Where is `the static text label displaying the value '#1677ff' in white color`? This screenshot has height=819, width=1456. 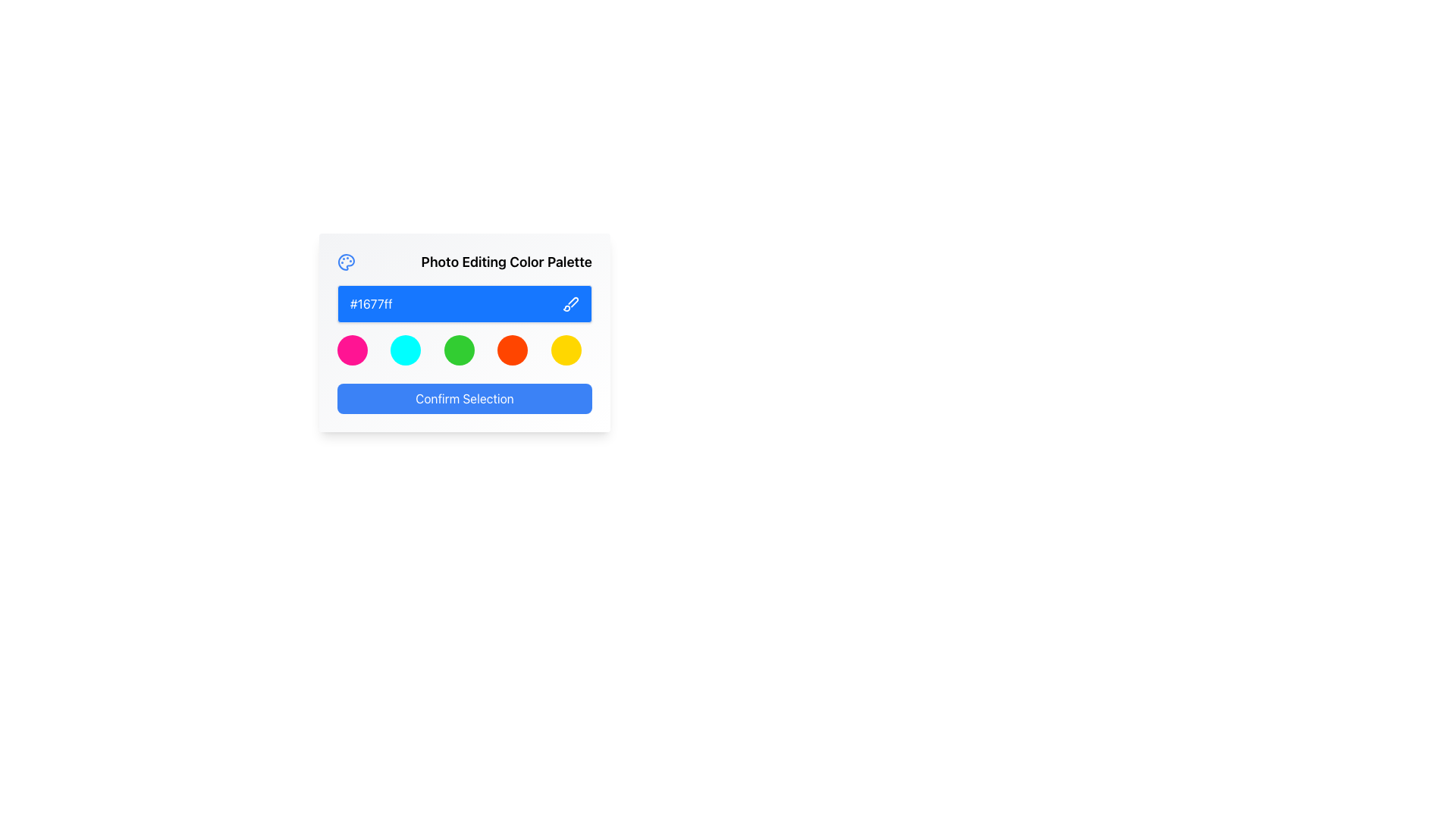 the static text label displaying the value '#1677ff' in white color is located at coordinates (371, 304).